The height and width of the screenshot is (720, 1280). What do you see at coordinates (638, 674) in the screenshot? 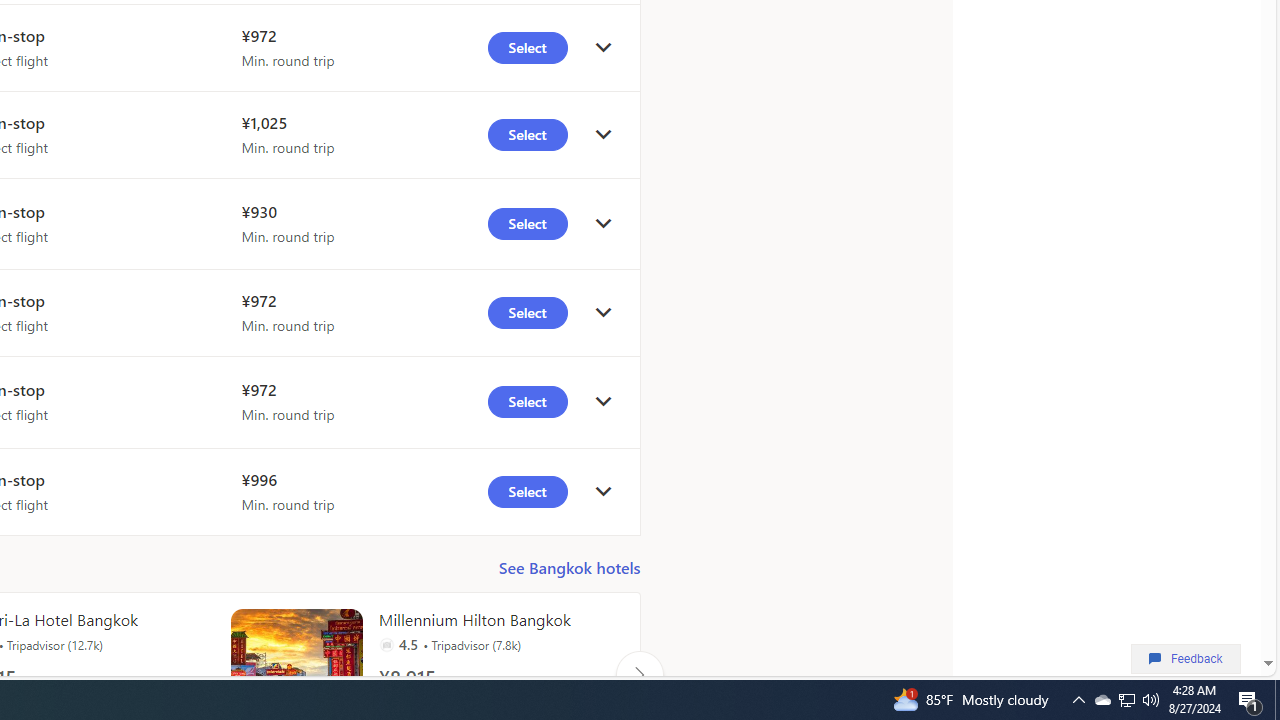
I see `'Click to scroll right'` at bounding box center [638, 674].